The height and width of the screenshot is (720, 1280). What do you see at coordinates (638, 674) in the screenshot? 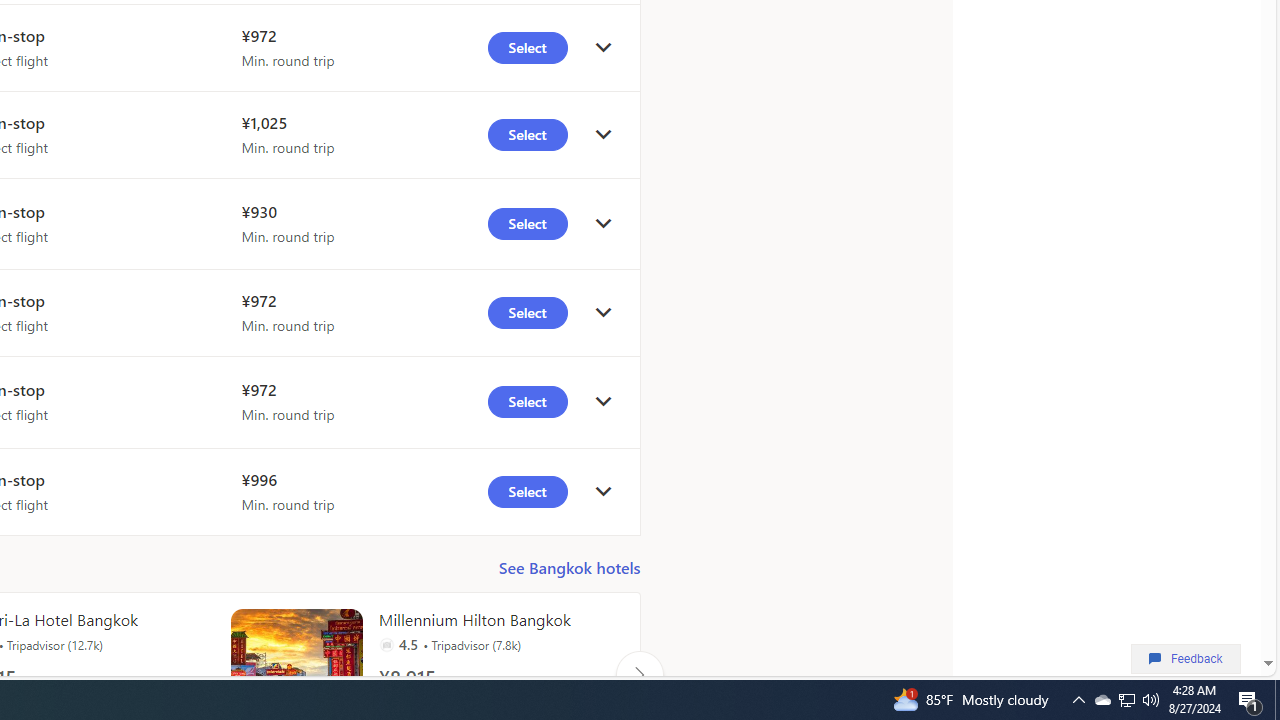
I see `'Click to scroll right'` at bounding box center [638, 674].